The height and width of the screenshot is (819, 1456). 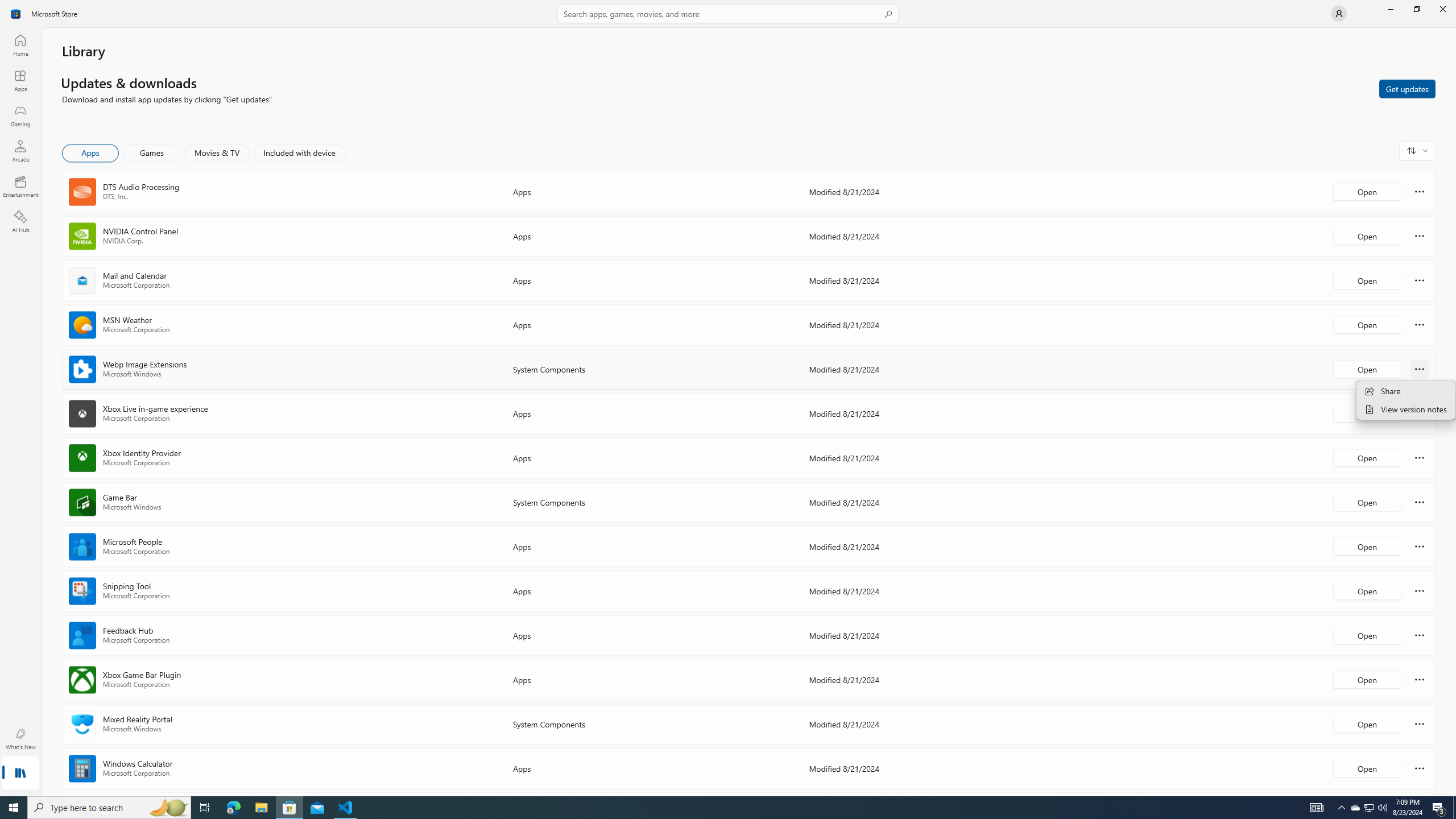 What do you see at coordinates (19, 221) in the screenshot?
I see `'AI Hub'` at bounding box center [19, 221].